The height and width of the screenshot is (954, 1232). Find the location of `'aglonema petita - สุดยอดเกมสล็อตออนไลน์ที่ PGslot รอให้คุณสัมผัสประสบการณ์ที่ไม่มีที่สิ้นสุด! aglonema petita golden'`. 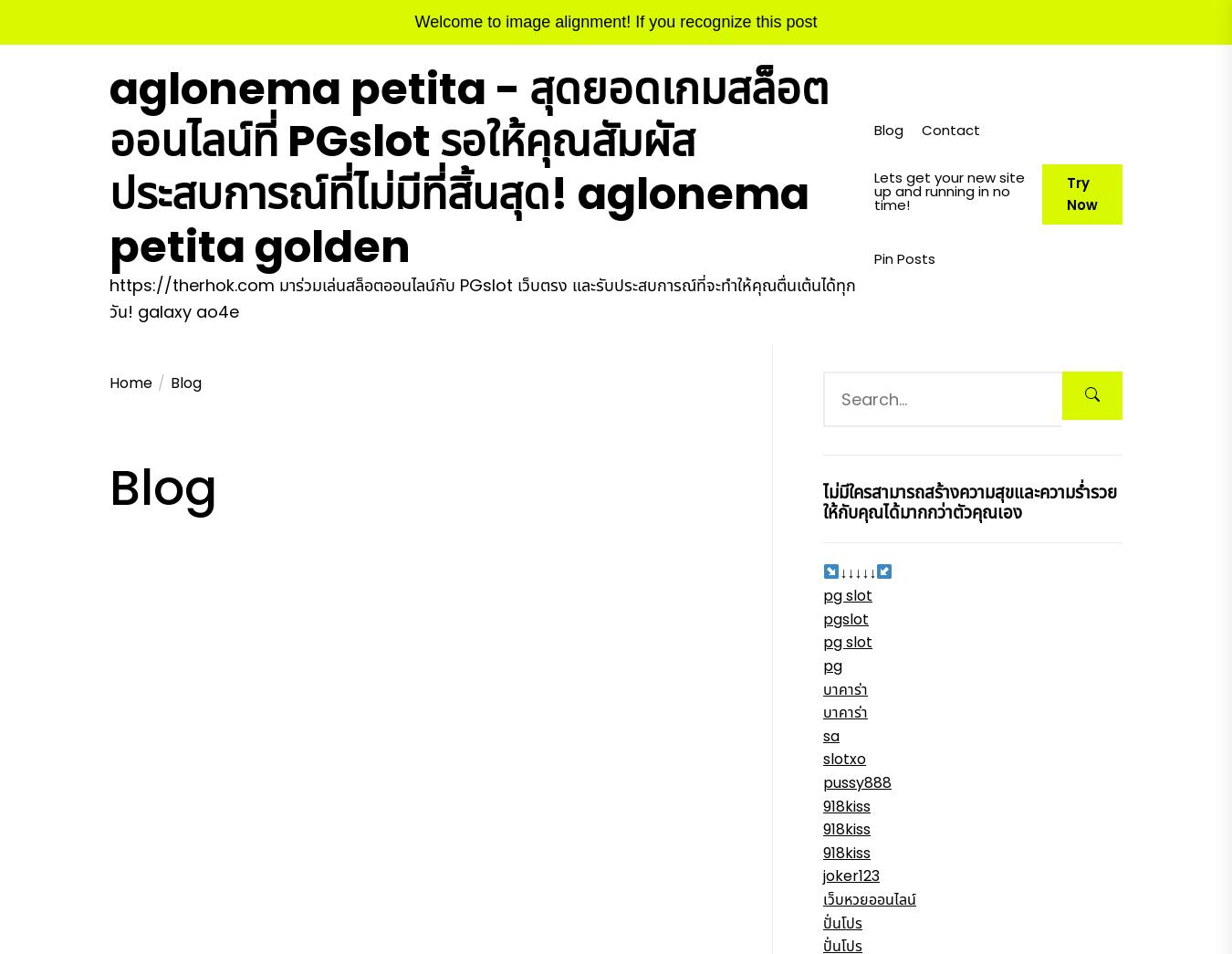

'aglonema petita - สุดยอดเกมสล็อตออนไลน์ที่ PGslot รอให้คุณสัมผัสประสบการณ์ที่ไม่มีที่สิ้นสุด! aglonema petita golden' is located at coordinates (468, 166).